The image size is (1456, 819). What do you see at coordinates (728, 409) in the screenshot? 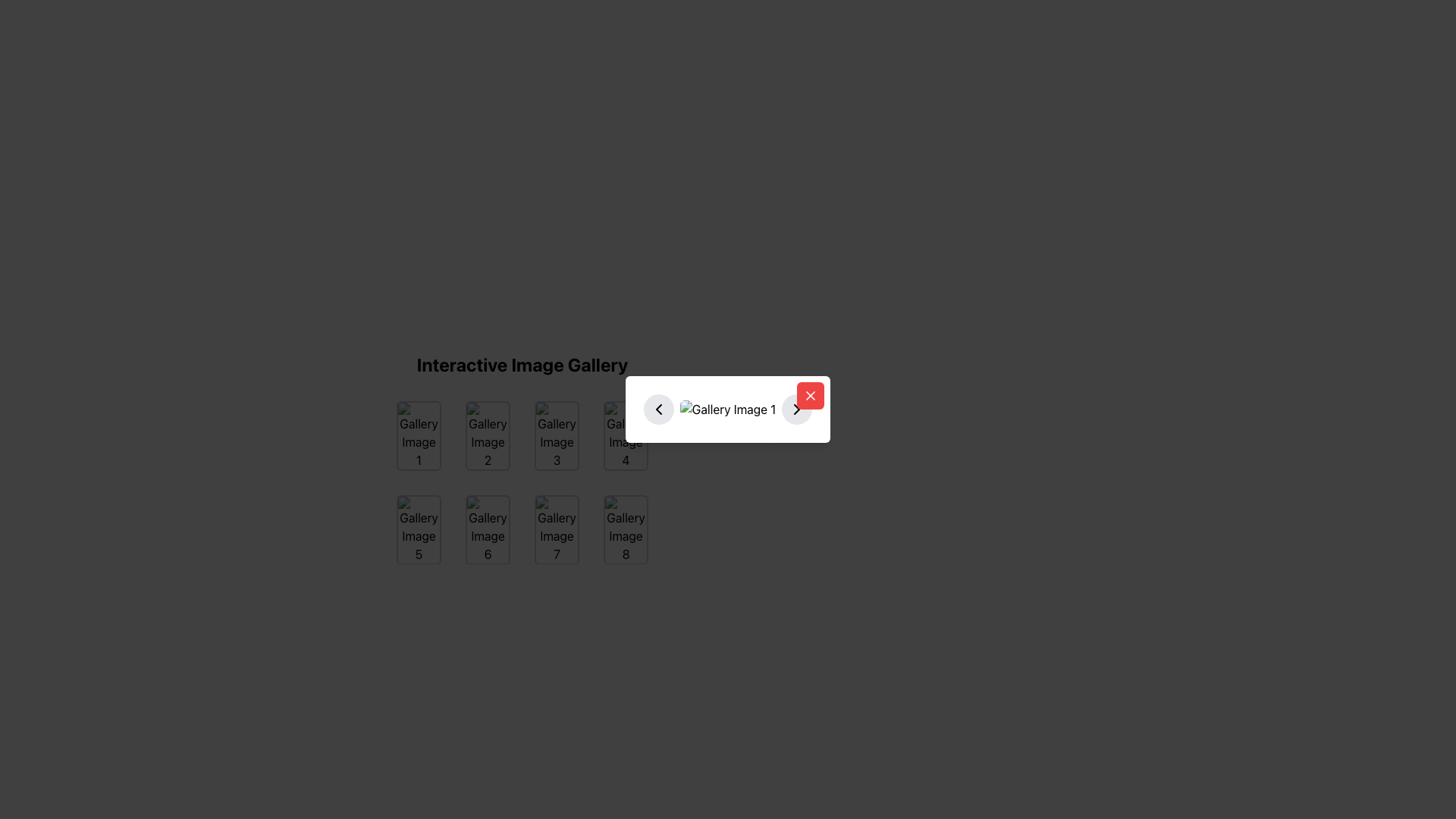
I see `the central image displayed within the interactive gallery viewer, positioned between two buttons` at bounding box center [728, 409].